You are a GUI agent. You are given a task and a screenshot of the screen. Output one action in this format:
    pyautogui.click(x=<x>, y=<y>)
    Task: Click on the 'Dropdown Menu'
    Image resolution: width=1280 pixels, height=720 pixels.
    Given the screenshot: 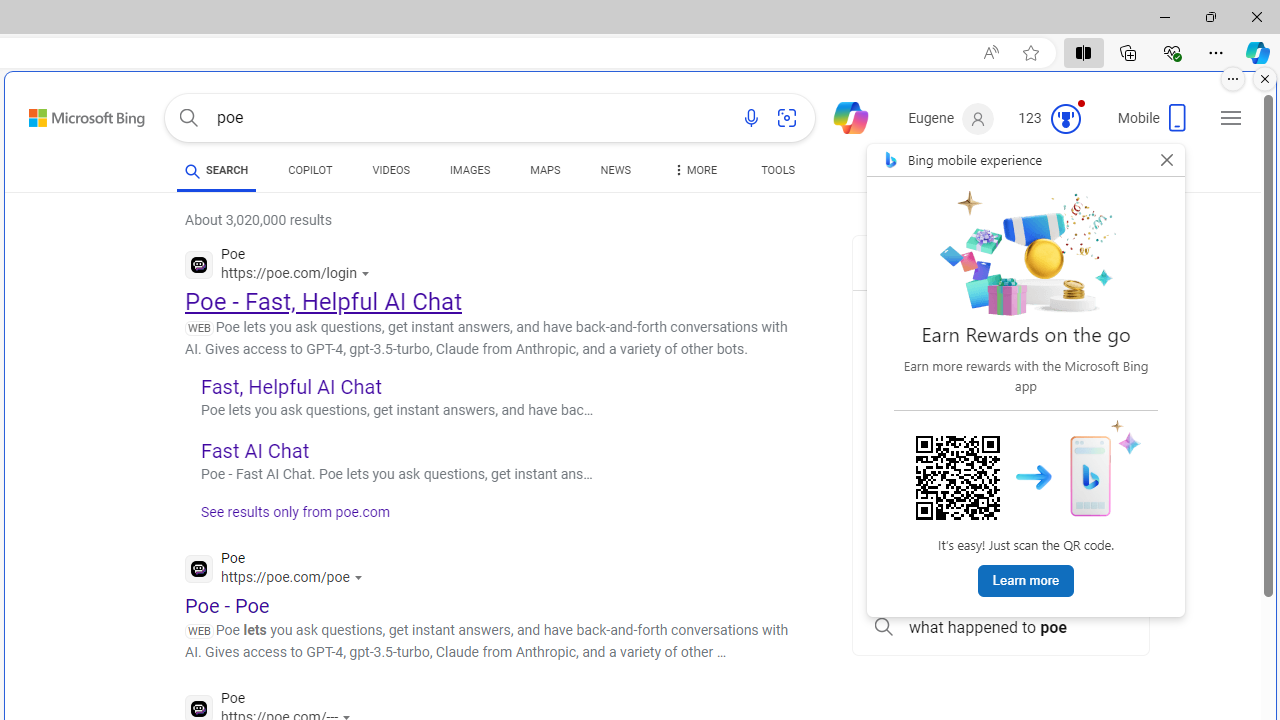 What is the action you would take?
    pyautogui.click(x=693, y=170)
    